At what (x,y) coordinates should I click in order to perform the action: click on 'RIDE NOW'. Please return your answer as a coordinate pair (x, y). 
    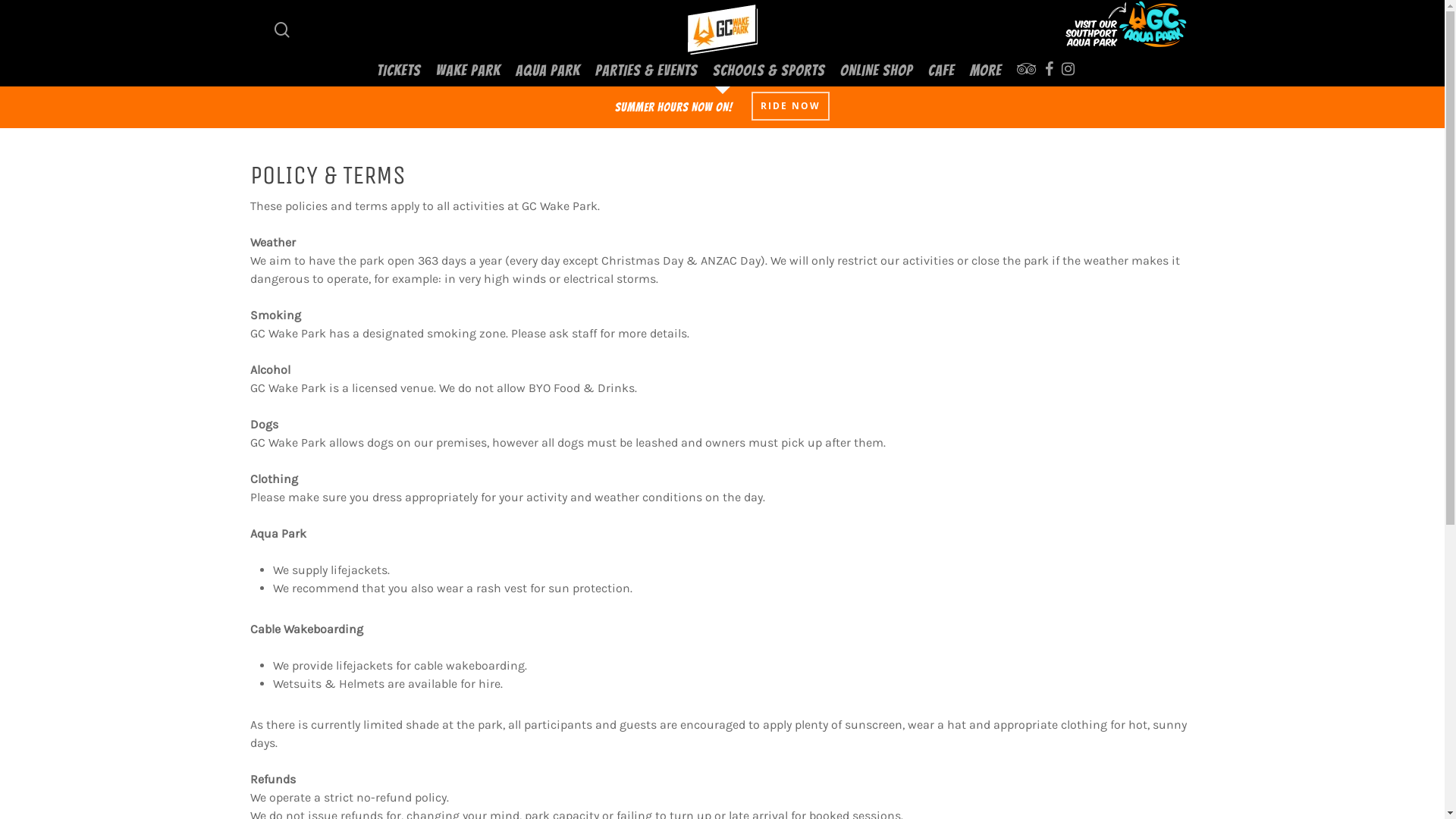
    Looking at the image, I should click on (751, 105).